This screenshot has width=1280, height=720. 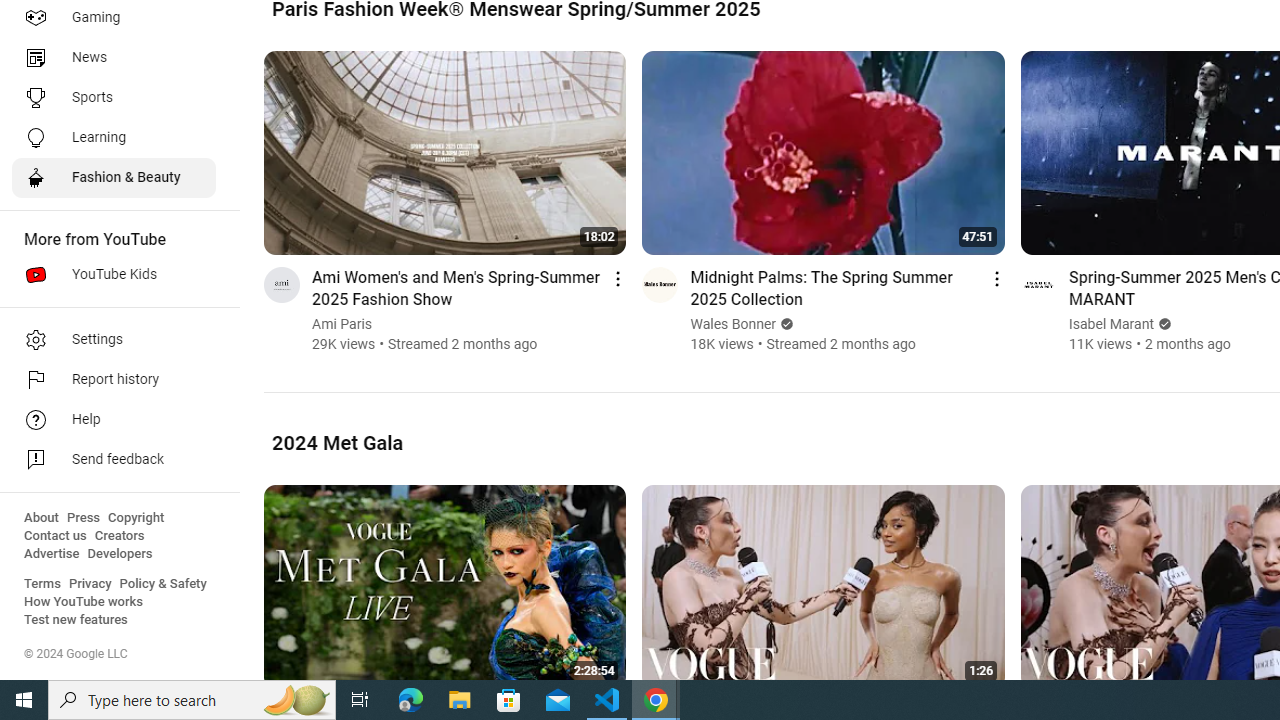 I want to click on 'Developers', so click(x=119, y=554).